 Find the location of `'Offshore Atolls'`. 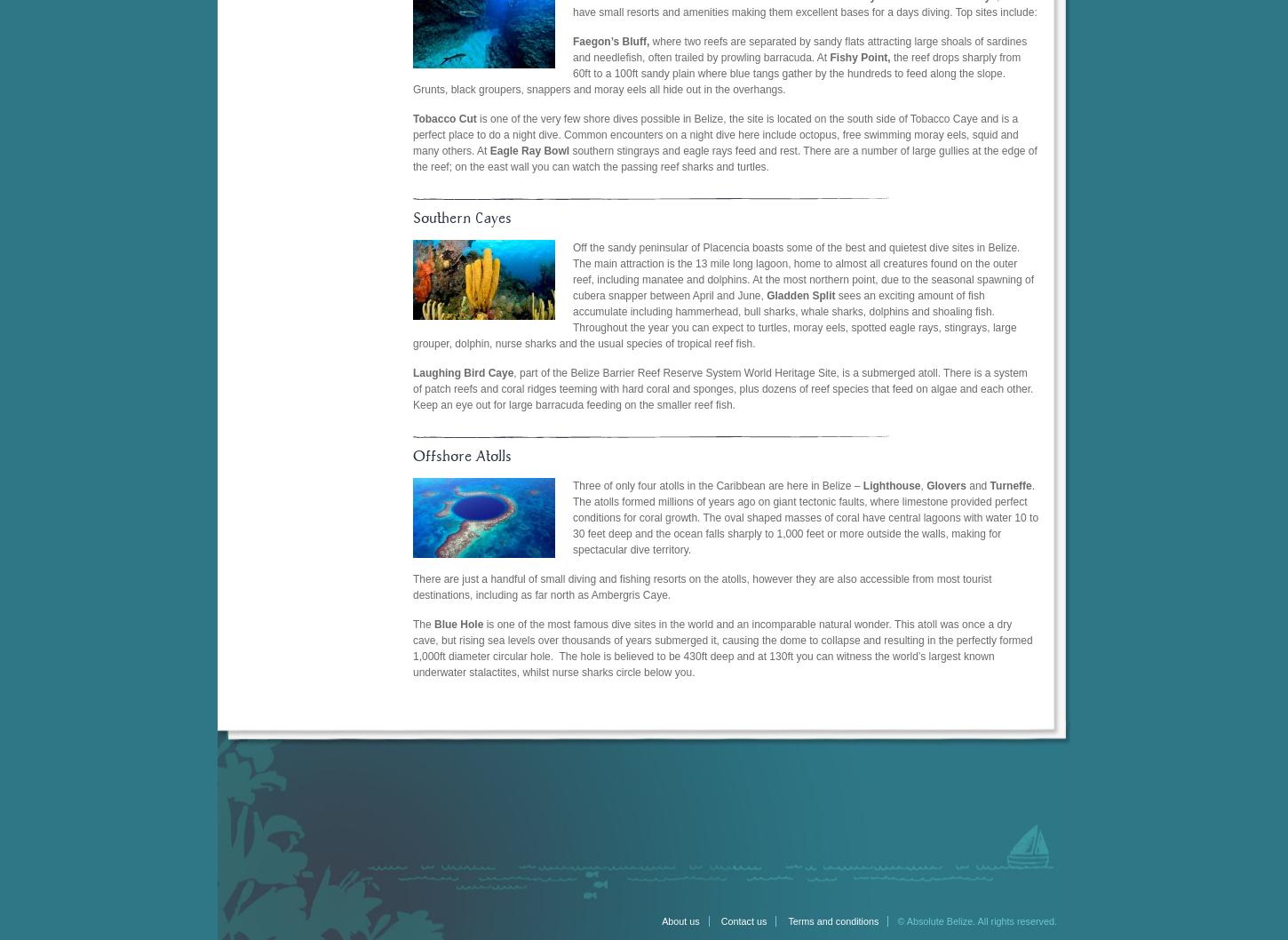

'Offshore Atolls' is located at coordinates (462, 455).